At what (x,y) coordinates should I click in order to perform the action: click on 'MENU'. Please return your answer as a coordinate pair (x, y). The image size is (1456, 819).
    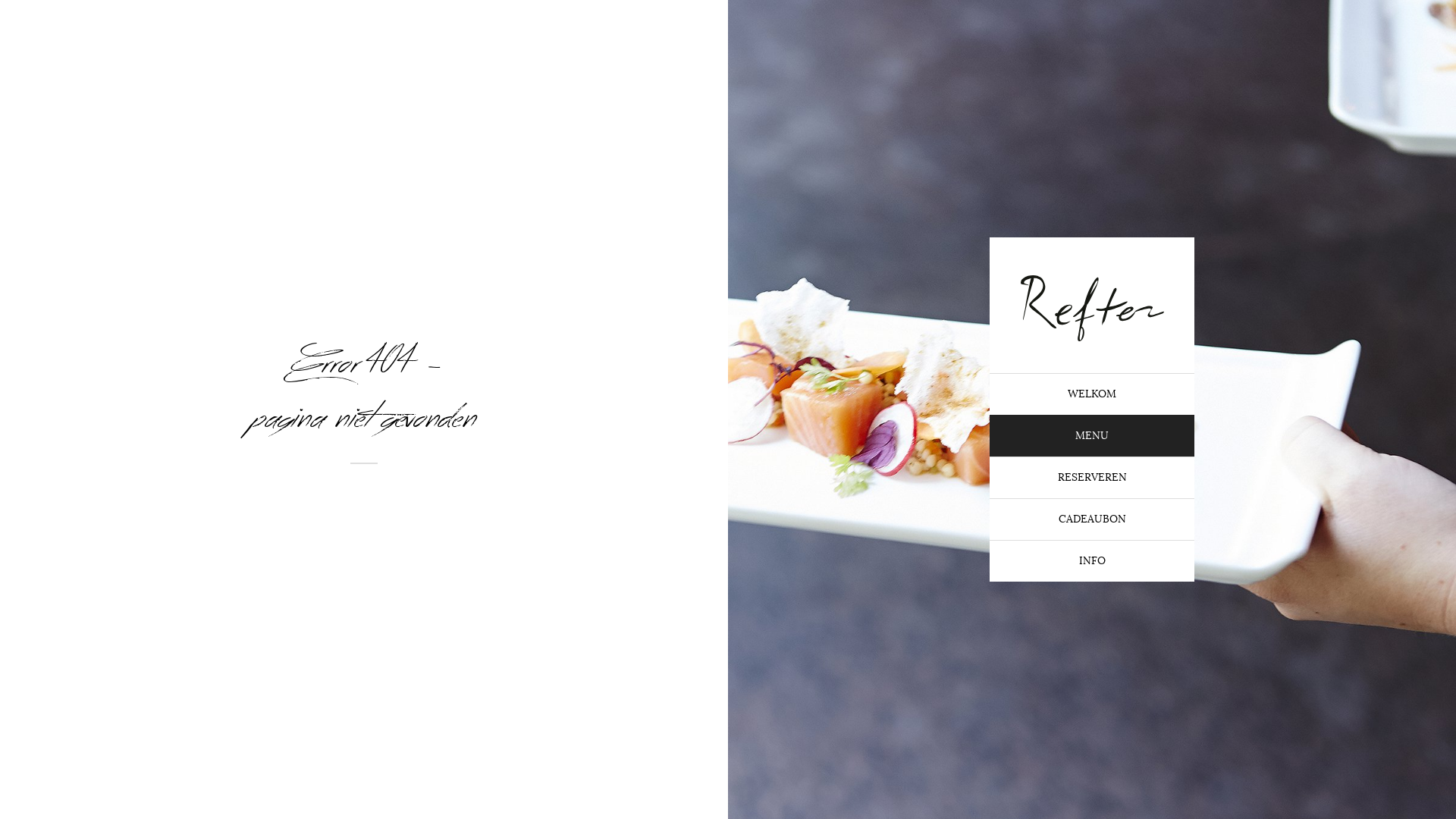
    Looking at the image, I should click on (1092, 435).